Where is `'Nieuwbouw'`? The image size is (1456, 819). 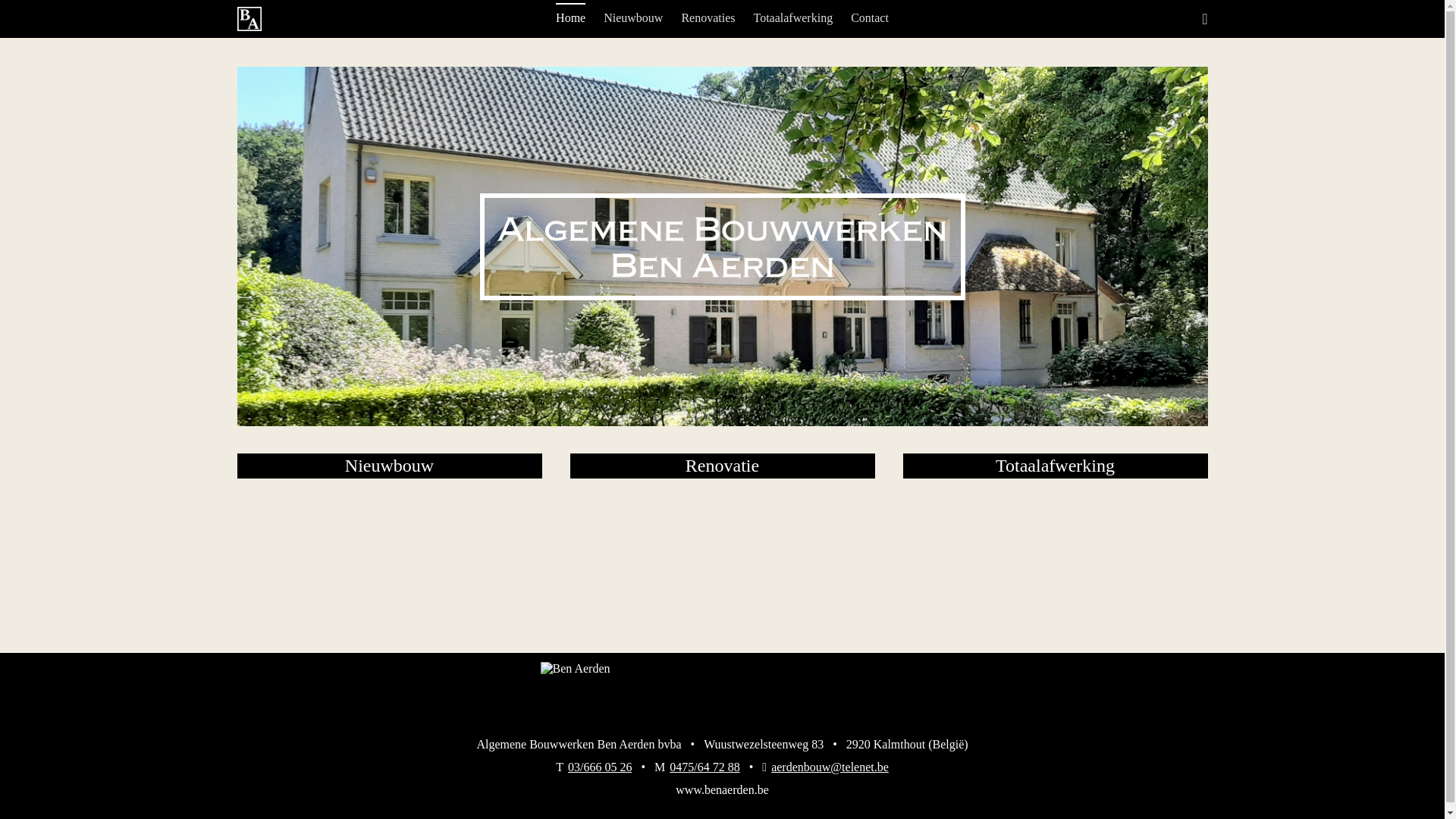 'Nieuwbouw' is located at coordinates (633, 18).